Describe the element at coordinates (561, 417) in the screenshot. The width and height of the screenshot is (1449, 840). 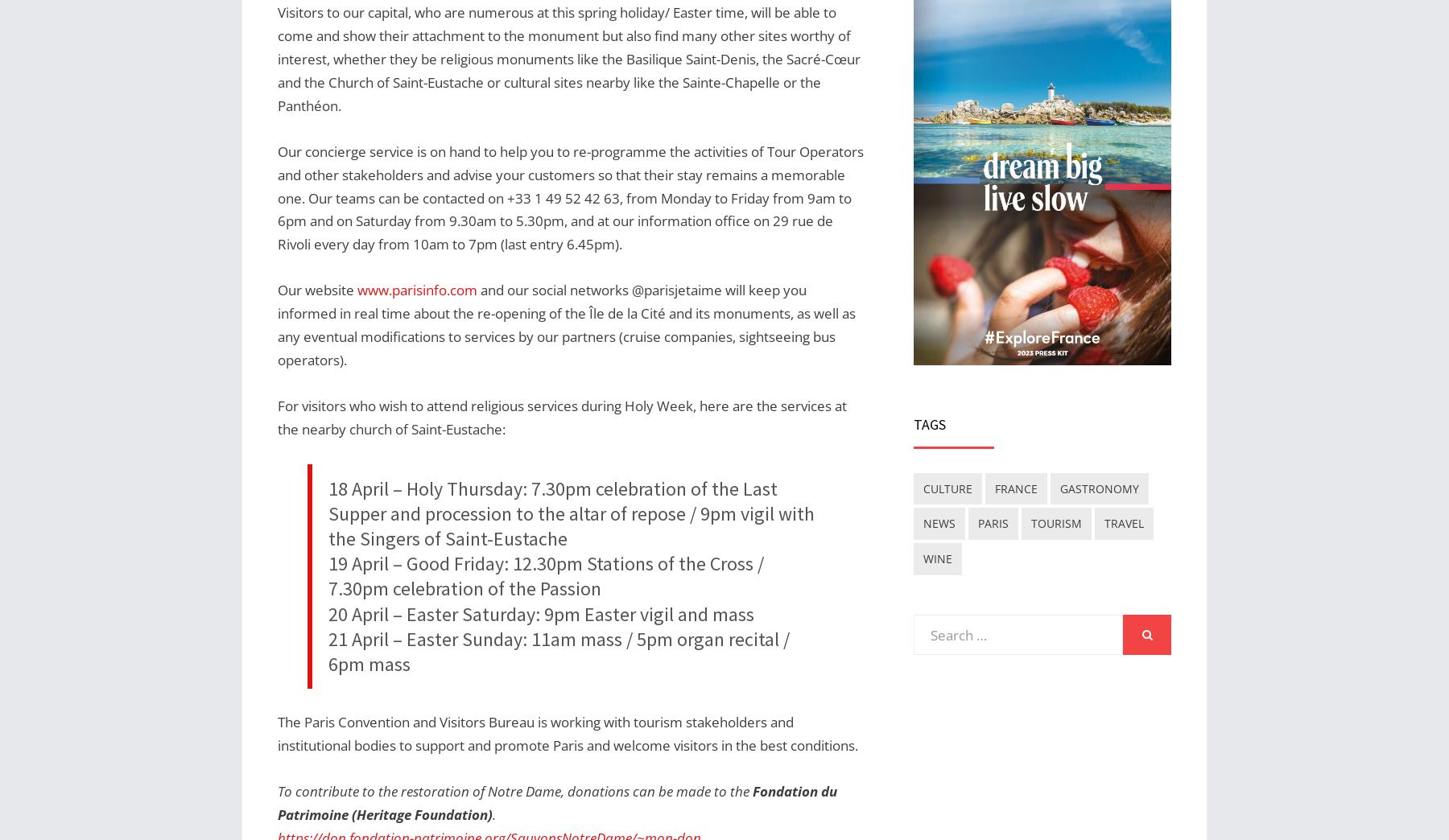
I see `'For visitors who wish to attend religious services during Holy Week, here are the services at the nearby church of Saint-Eustache:'` at that location.